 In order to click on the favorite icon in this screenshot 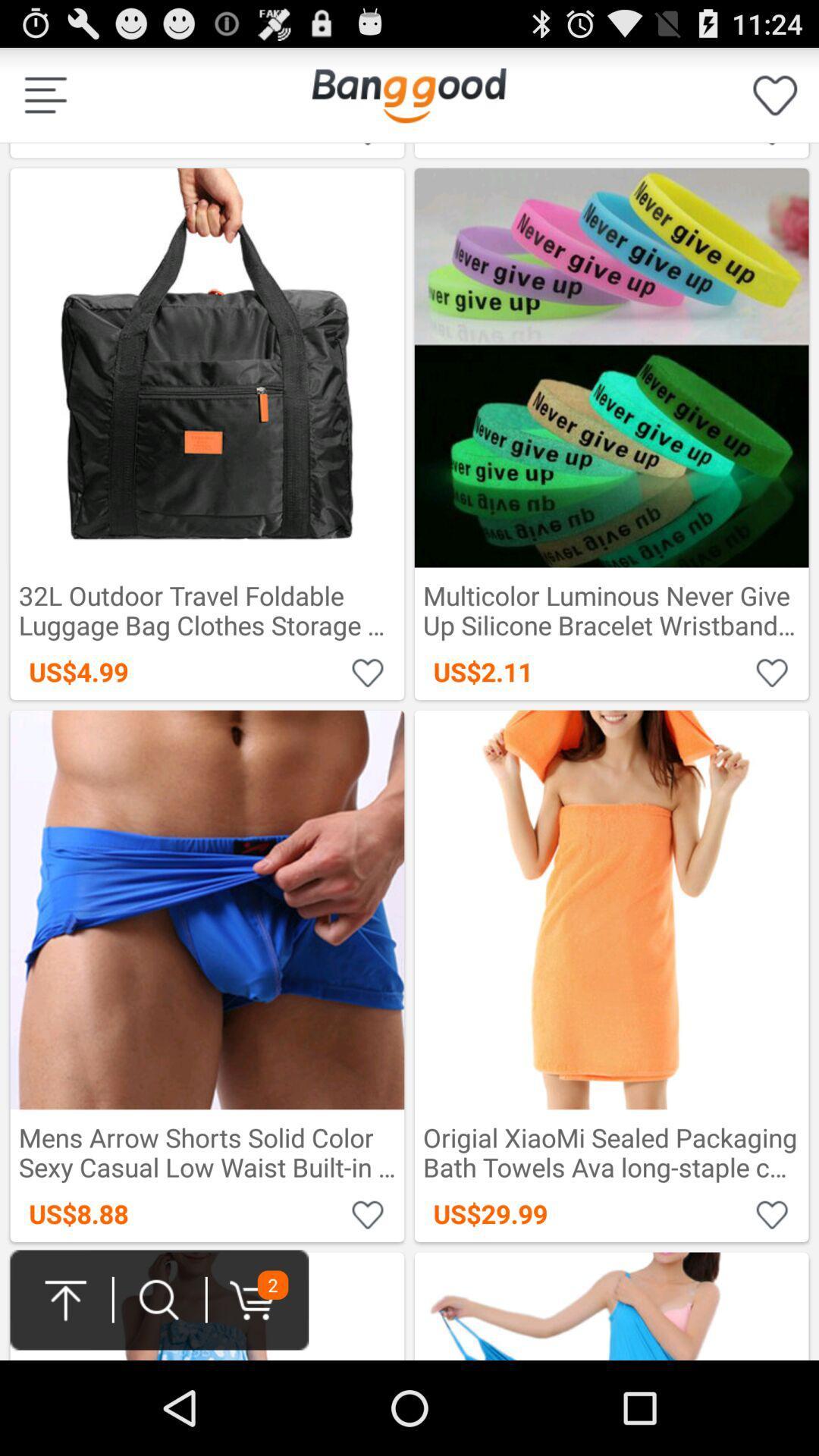, I will do `click(775, 101)`.